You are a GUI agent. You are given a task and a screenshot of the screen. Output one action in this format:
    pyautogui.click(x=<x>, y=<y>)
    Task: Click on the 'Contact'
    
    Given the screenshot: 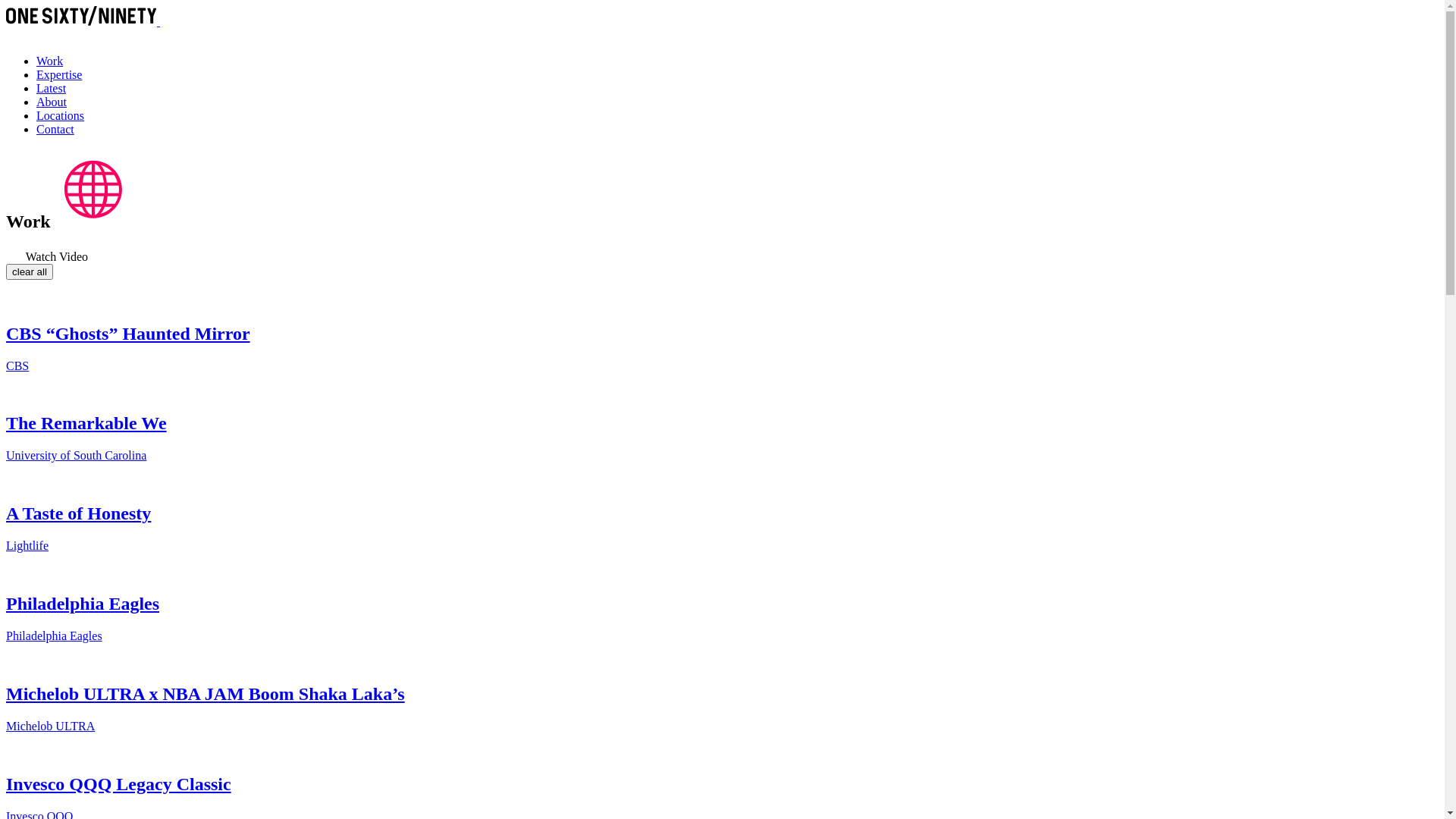 What is the action you would take?
    pyautogui.click(x=55, y=128)
    